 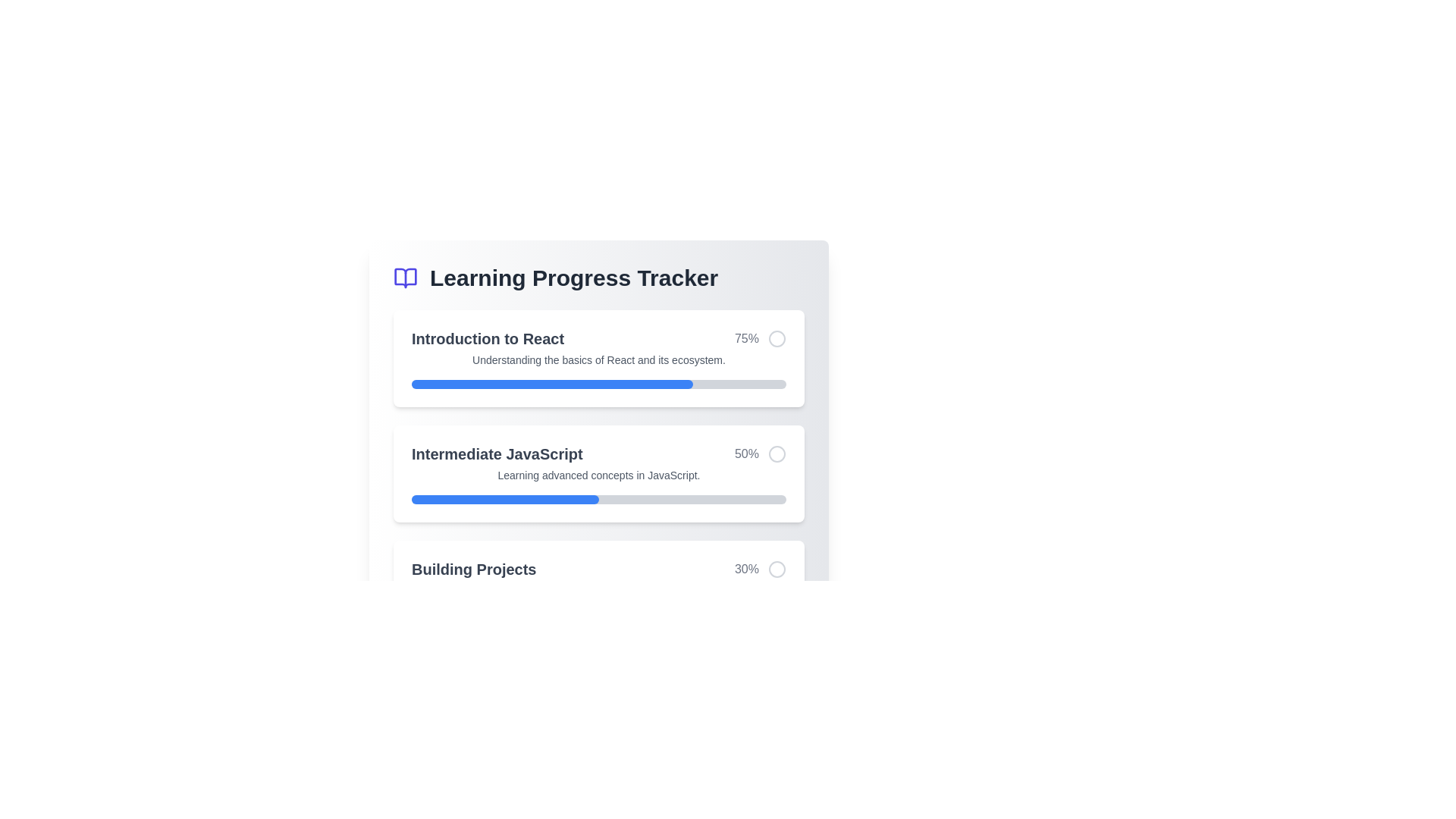 I want to click on the heading titled 'Introduction to React' located at the top-left part of a card layout within a list of progress cards, so click(x=488, y=338).